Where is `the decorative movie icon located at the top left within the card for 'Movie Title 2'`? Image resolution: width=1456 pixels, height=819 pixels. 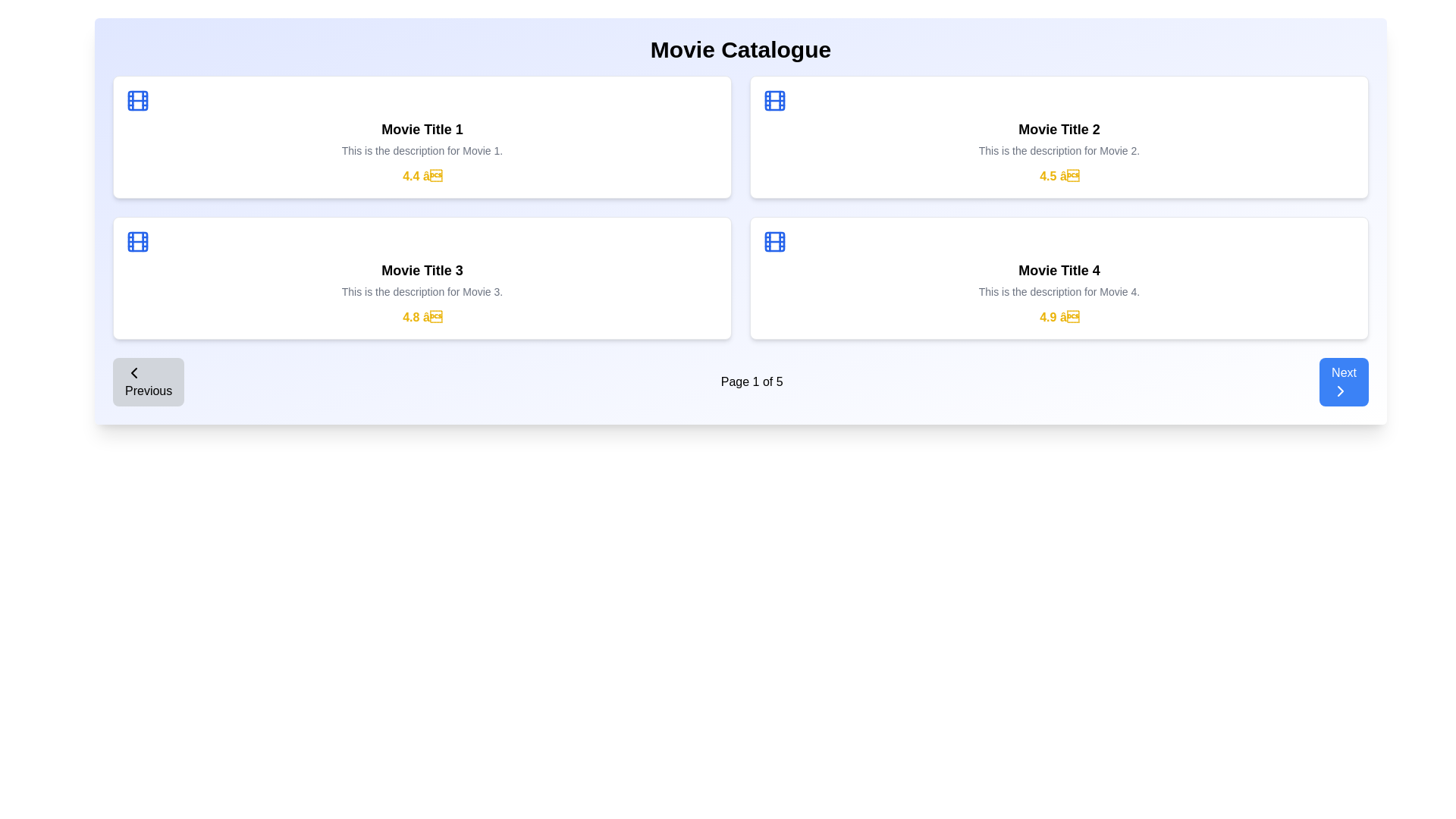 the decorative movie icon located at the top left within the card for 'Movie Title 2' is located at coordinates (775, 100).